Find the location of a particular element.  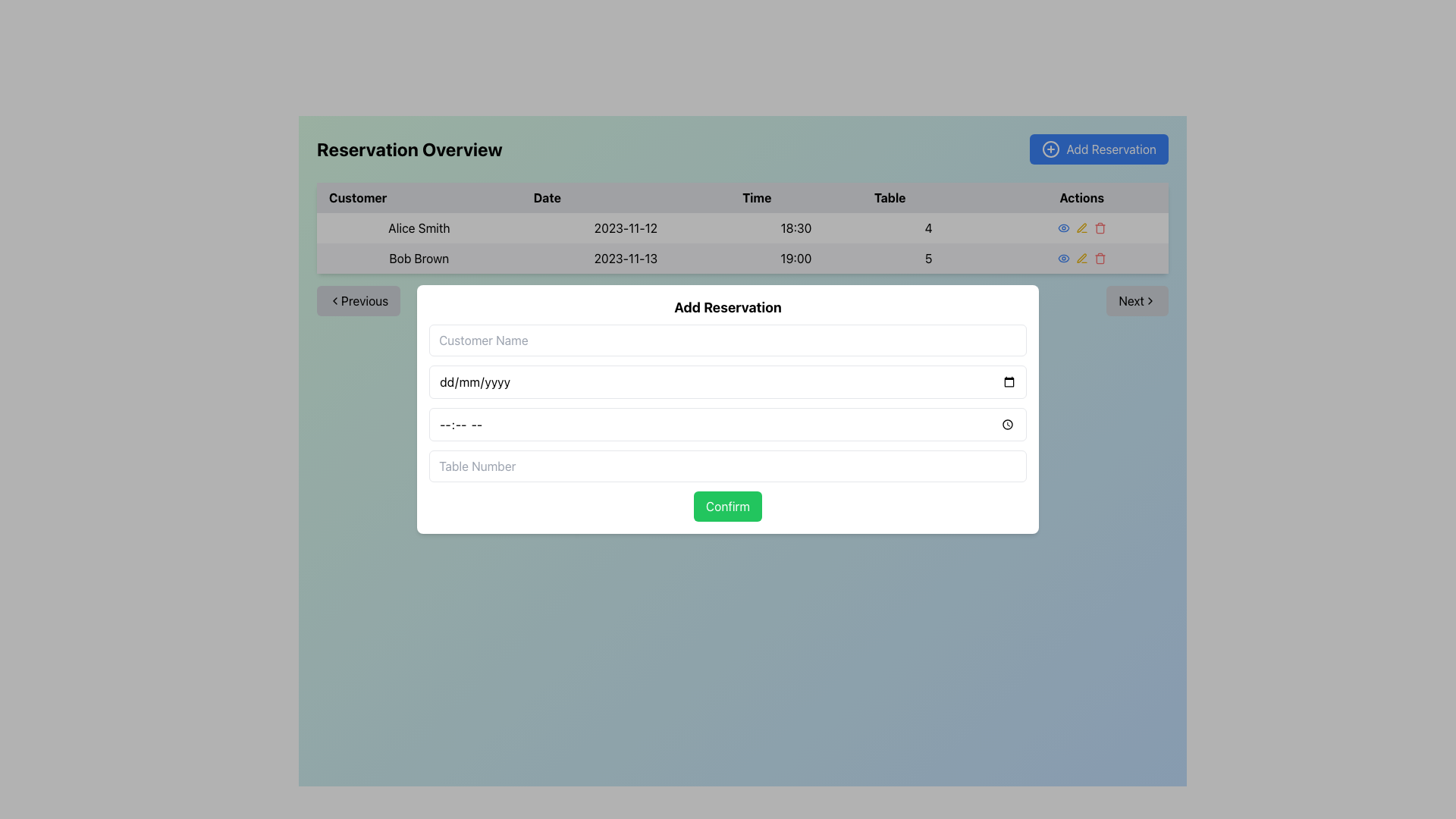

the 'Edit' icon button located in the 'Actions' column of the second row in the reservation table is located at coordinates (1081, 257).